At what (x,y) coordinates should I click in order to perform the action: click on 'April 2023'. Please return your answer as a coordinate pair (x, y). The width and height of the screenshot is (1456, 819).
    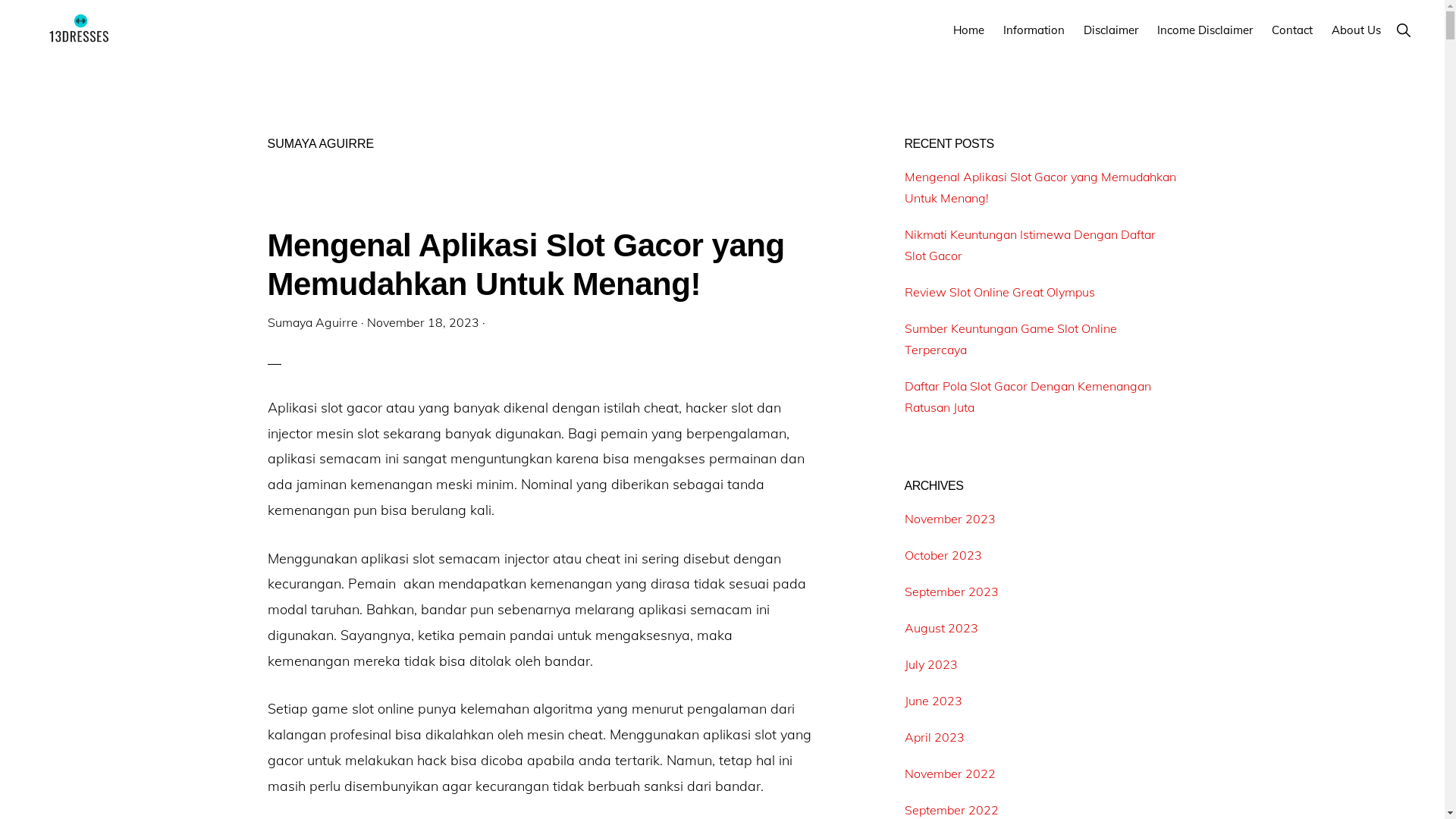
    Looking at the image, I should click on (933, 736).